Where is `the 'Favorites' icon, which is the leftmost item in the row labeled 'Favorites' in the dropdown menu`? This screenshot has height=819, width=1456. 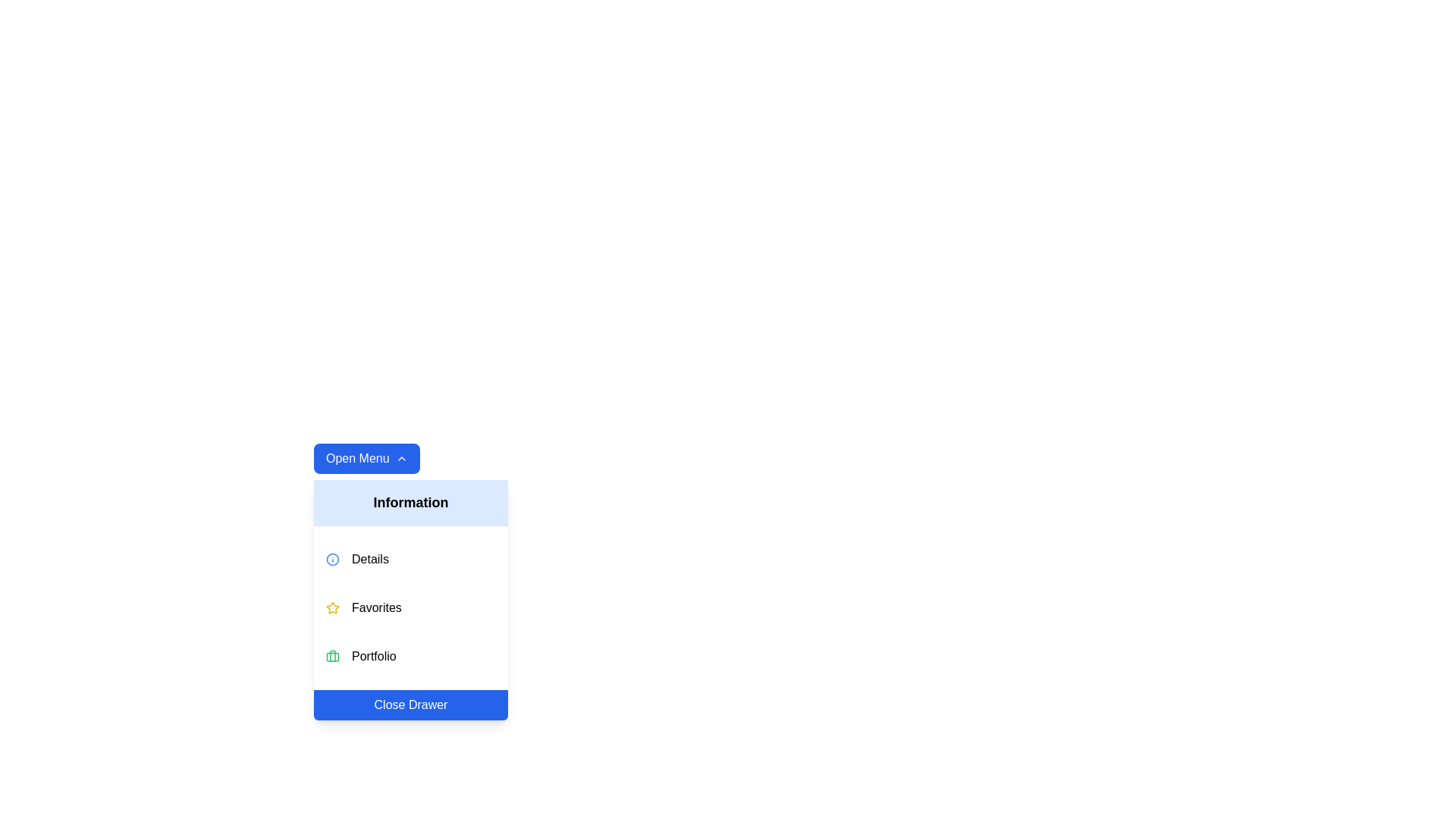
the 'Favorites' icon, which is the leftmost item in the row labeled 'Favorites' in the dropdown menu is located at coordinates (331, 607).